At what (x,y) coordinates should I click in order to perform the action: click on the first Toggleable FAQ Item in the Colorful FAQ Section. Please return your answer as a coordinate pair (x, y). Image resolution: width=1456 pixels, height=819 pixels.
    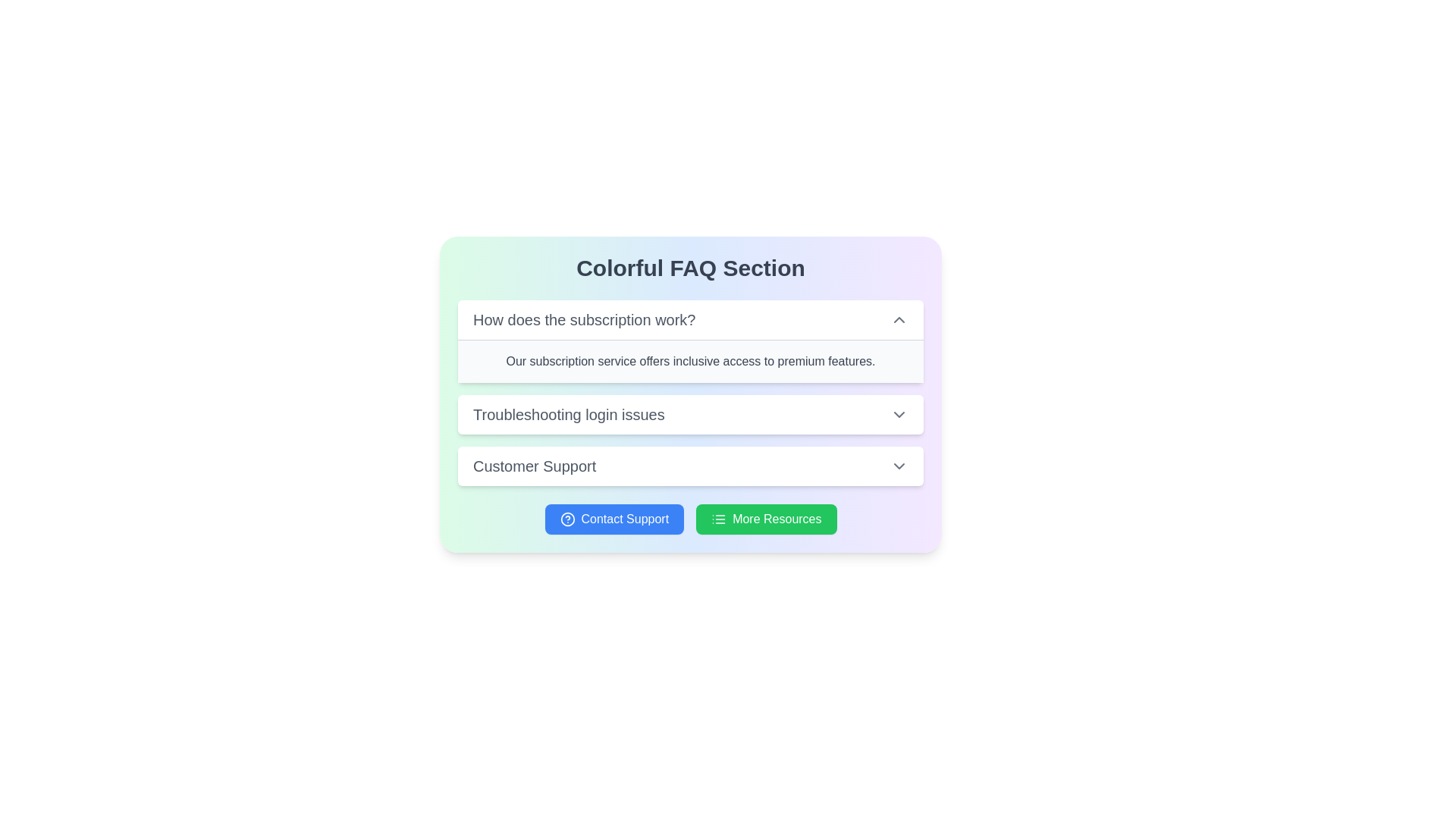
    Looking at the image, I should click on (690, 318).